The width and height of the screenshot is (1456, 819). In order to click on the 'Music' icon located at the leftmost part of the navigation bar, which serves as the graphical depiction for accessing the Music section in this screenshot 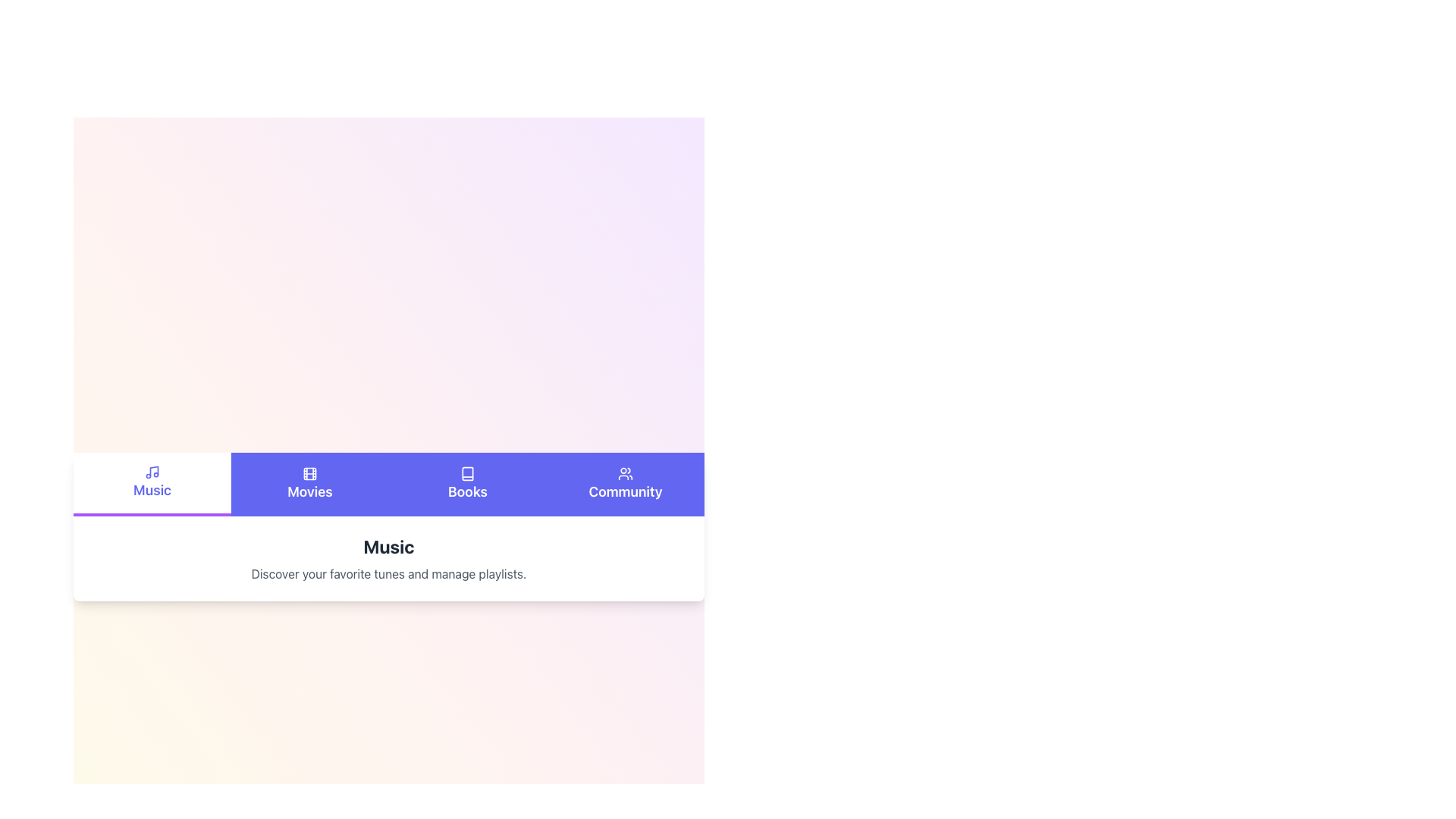, I will do `click(154, 470)`.